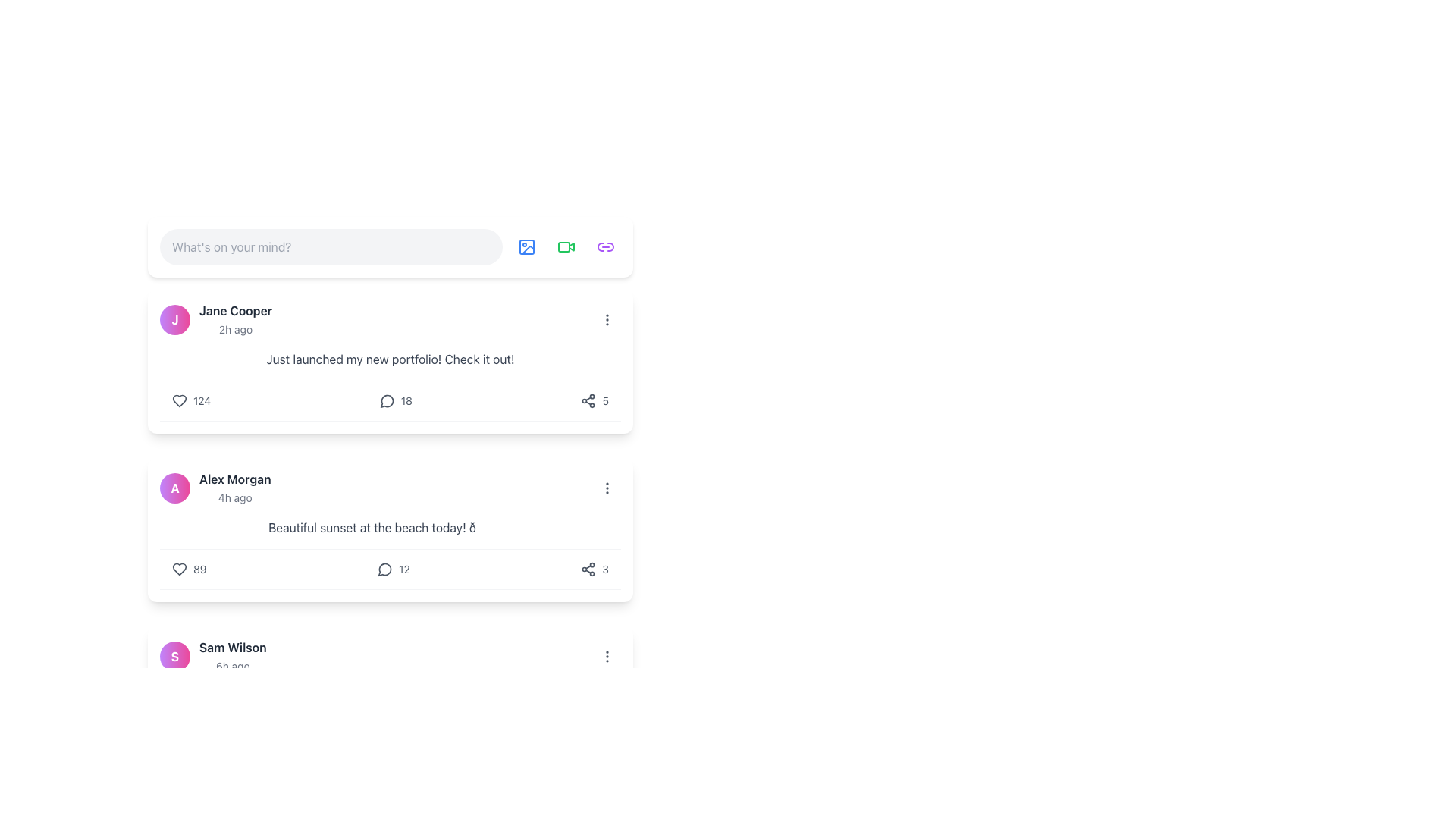 This screenshot has width=1456, height=819. Describe the element at coordinates (604, 246) in the screenshot. I see `the fourth, rightmost button in the horizontal row of circular icons` at that location.